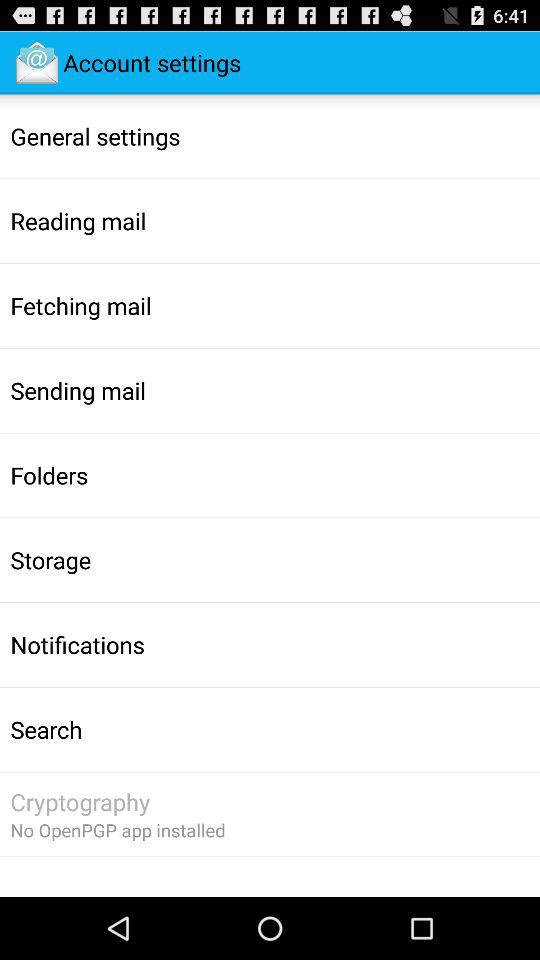  I want to click on item above the search app, so click(76, 643).